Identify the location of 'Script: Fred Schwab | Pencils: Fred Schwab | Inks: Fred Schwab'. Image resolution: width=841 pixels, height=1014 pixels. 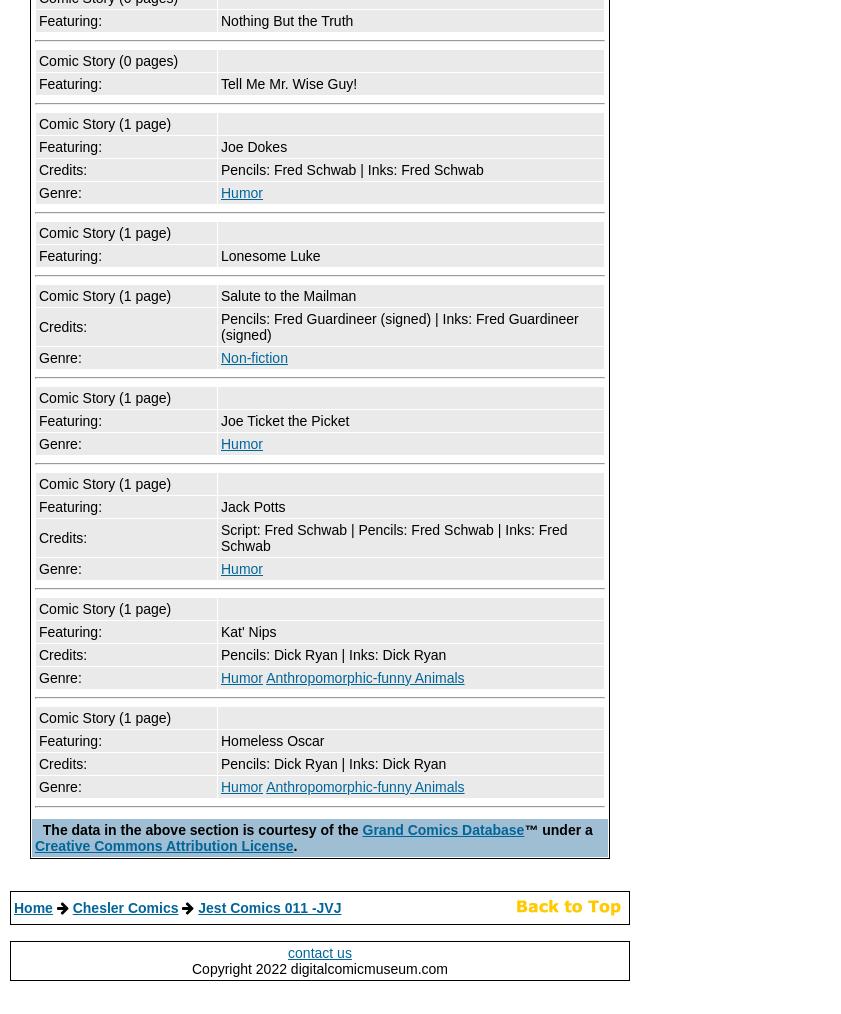
(393, 537).